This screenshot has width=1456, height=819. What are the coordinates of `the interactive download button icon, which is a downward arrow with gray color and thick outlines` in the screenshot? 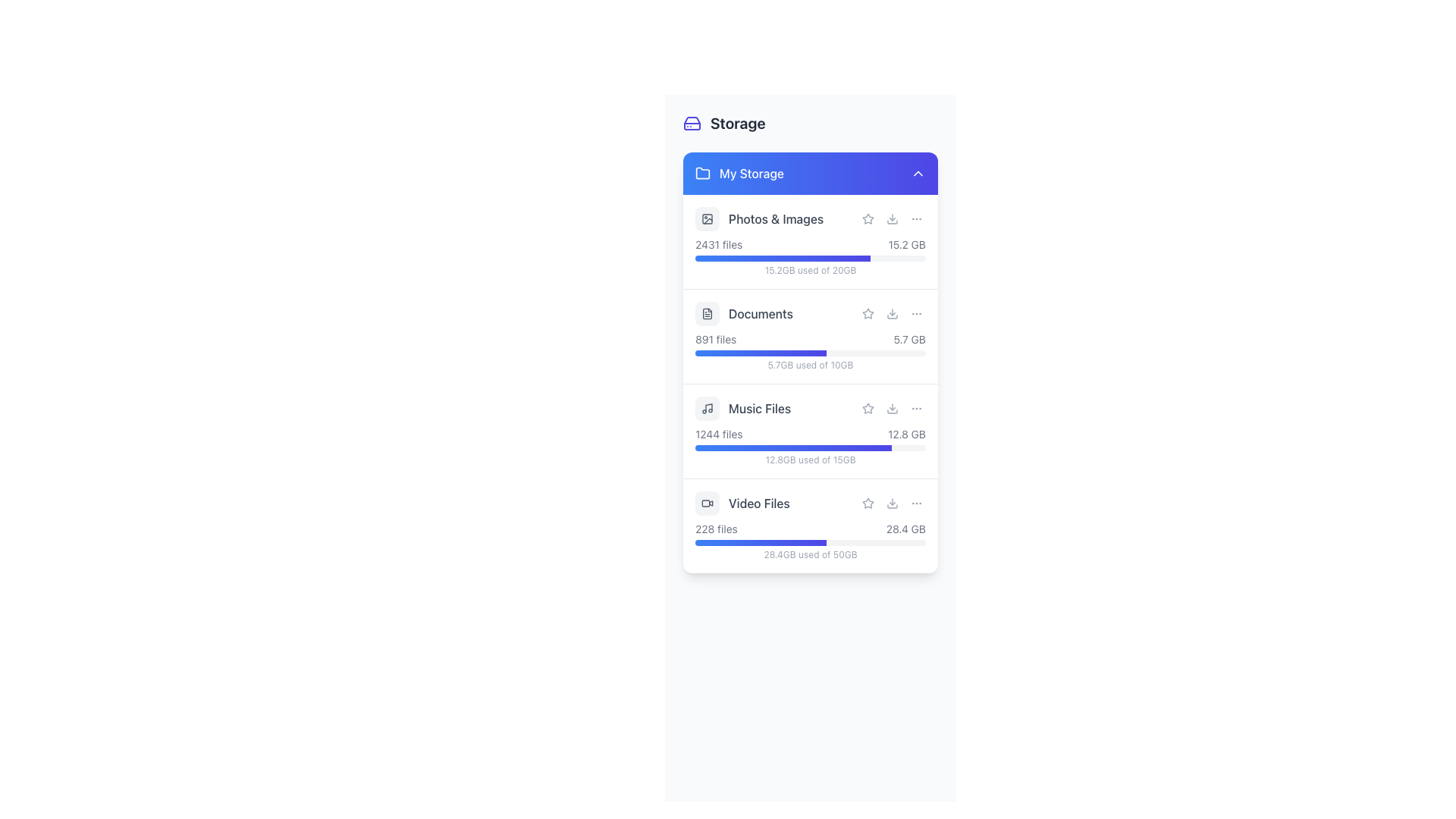 It's located at (892, 219).